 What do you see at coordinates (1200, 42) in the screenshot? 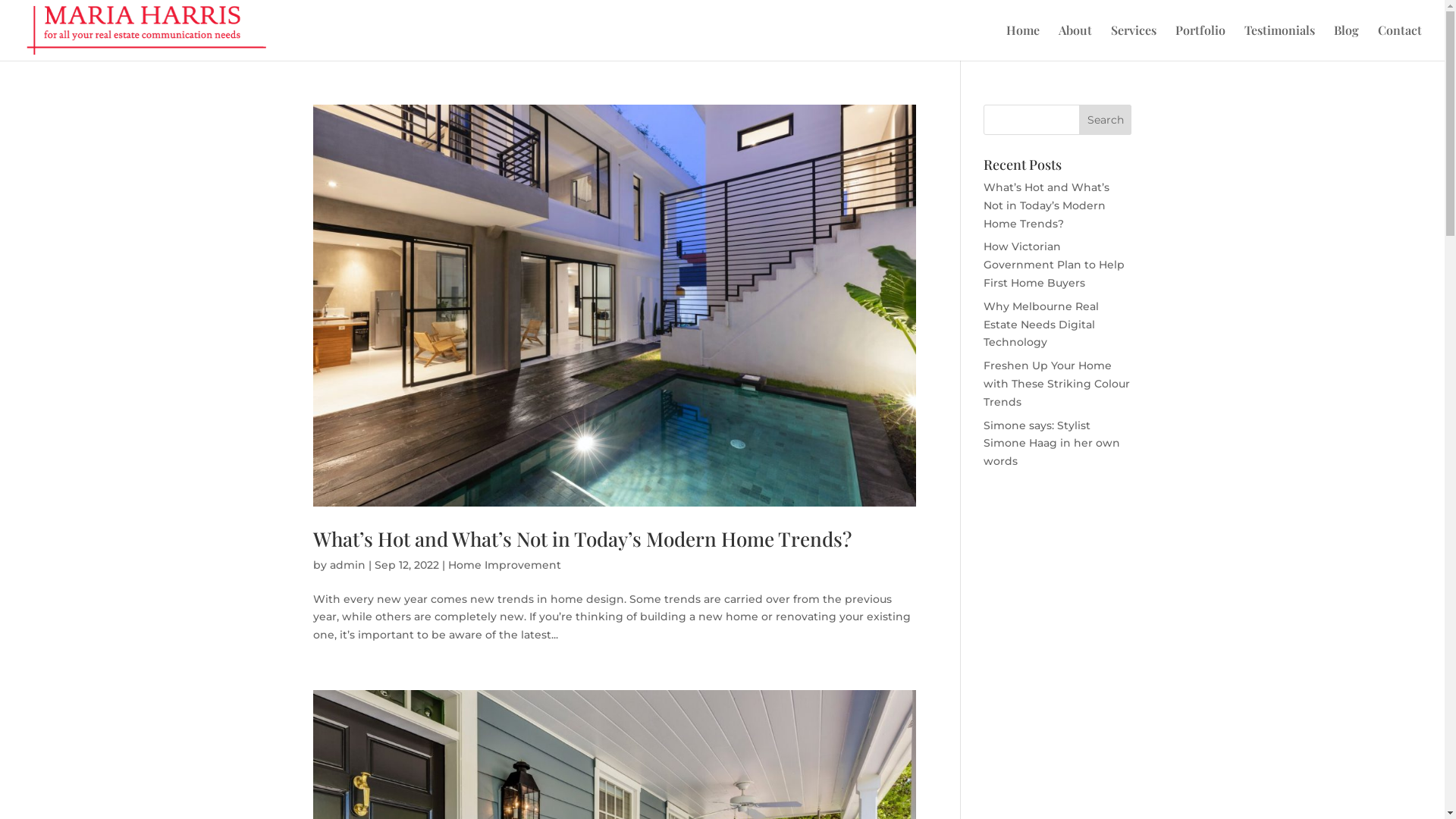
I see `'Portfolio'` at bounding box center [1200, 42].